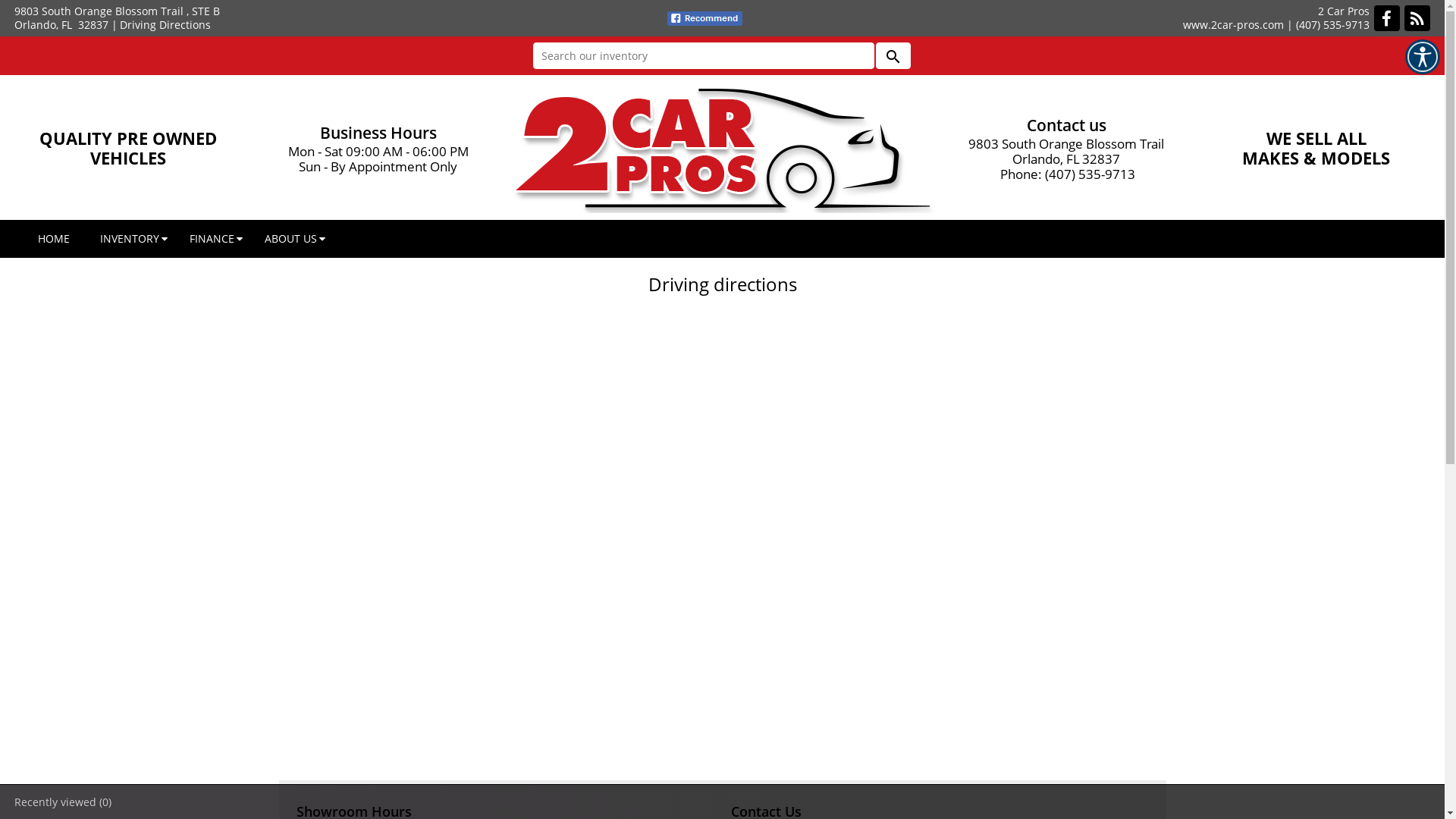  I want to click on 'Driving Directions', so click(119, 24).